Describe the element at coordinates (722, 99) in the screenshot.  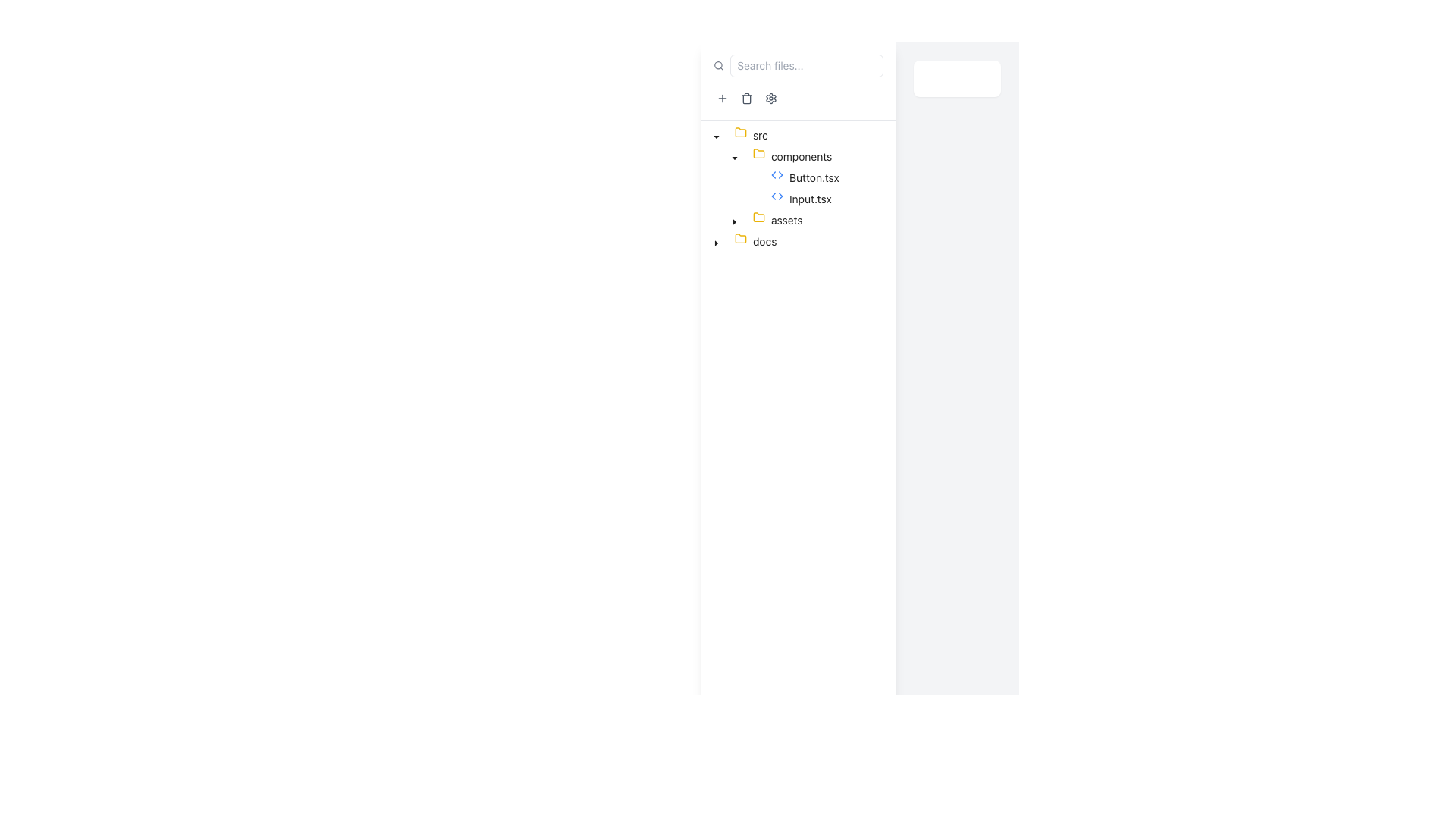
I see `the plus icon button located in the upper section of the file explorer interface` at that location.